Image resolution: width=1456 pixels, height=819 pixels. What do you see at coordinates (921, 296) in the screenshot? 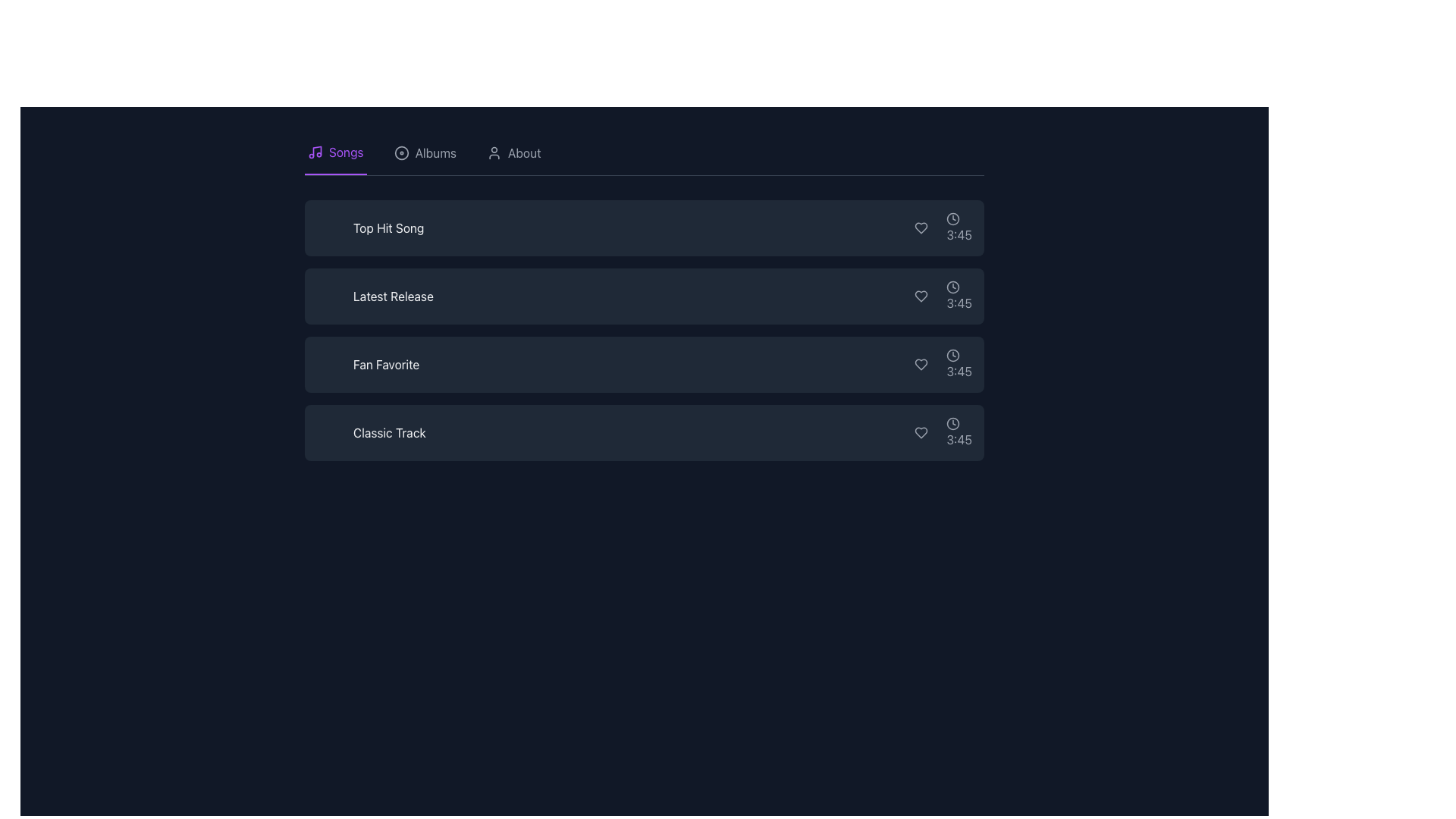
I see `the Interactive Heart Icon located to the left of the duration '3:45' in the second row of the song list` at bounding box center [921, 296].